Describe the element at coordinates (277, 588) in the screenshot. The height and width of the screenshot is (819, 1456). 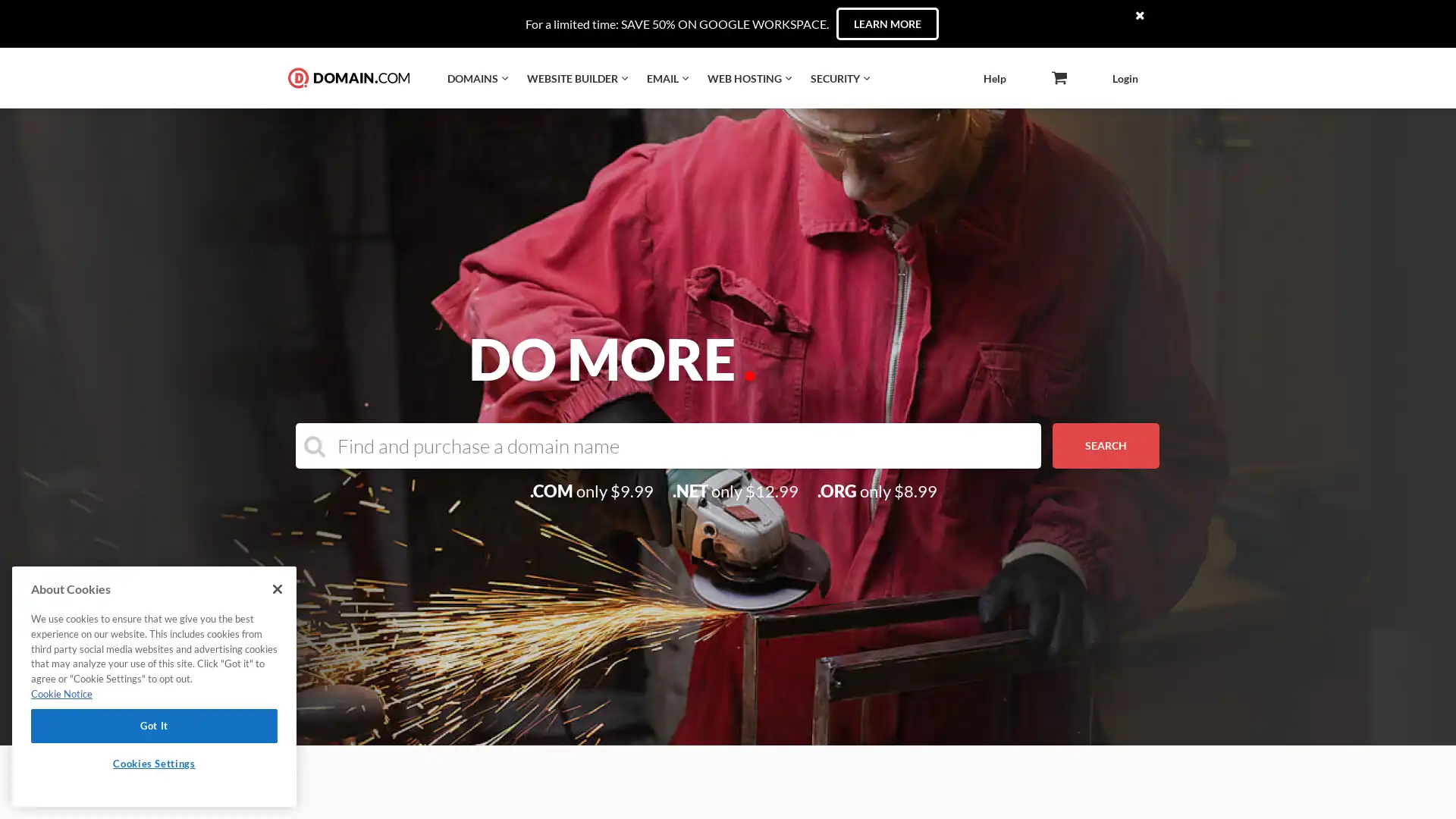
I see `Close` at that location.